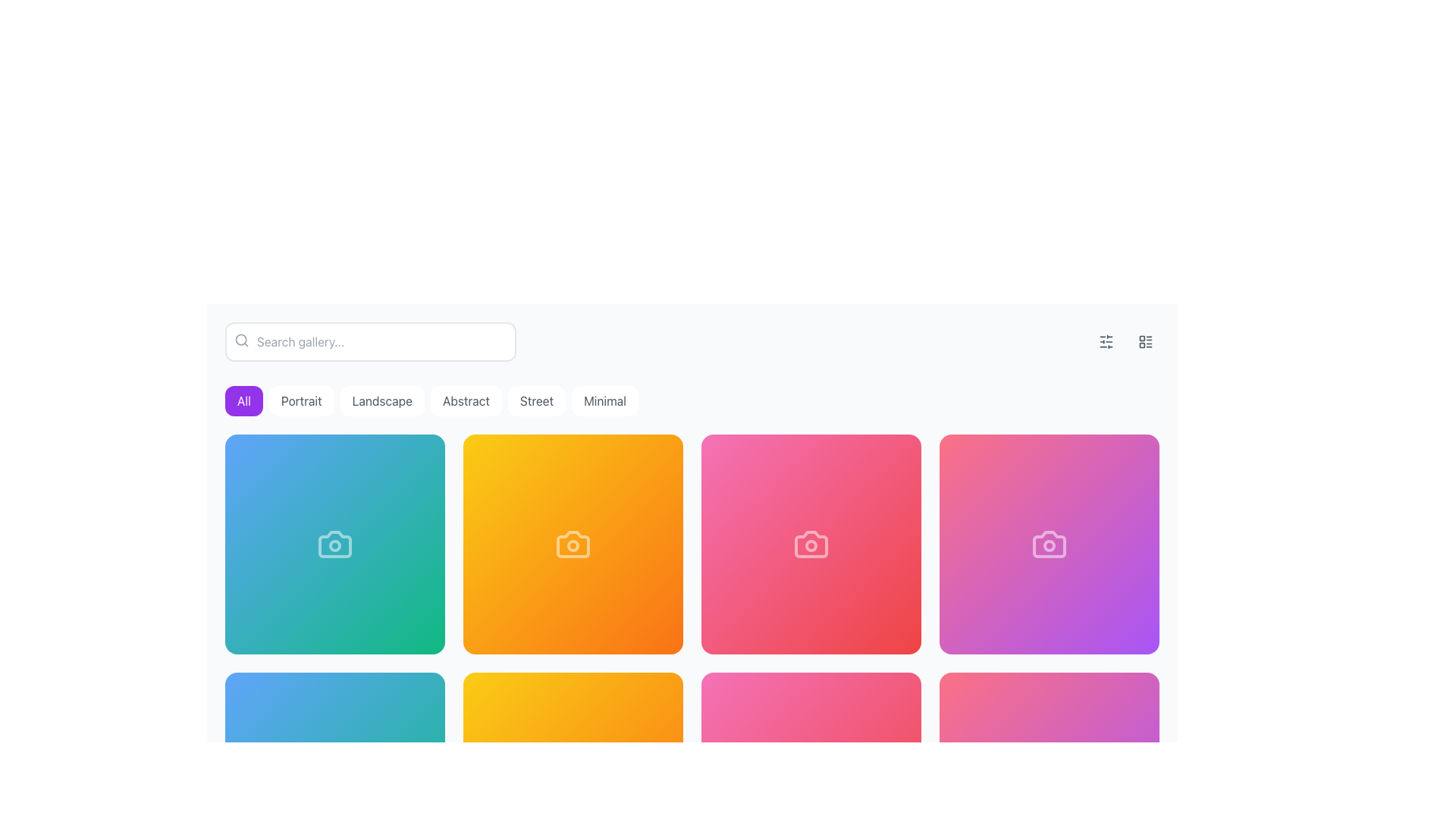  Describe the element at coordinates (811, 543) in the screenshot. I see `the white camera icon located within the pink rectangular tile in the second row and third column of the grid` at that location.